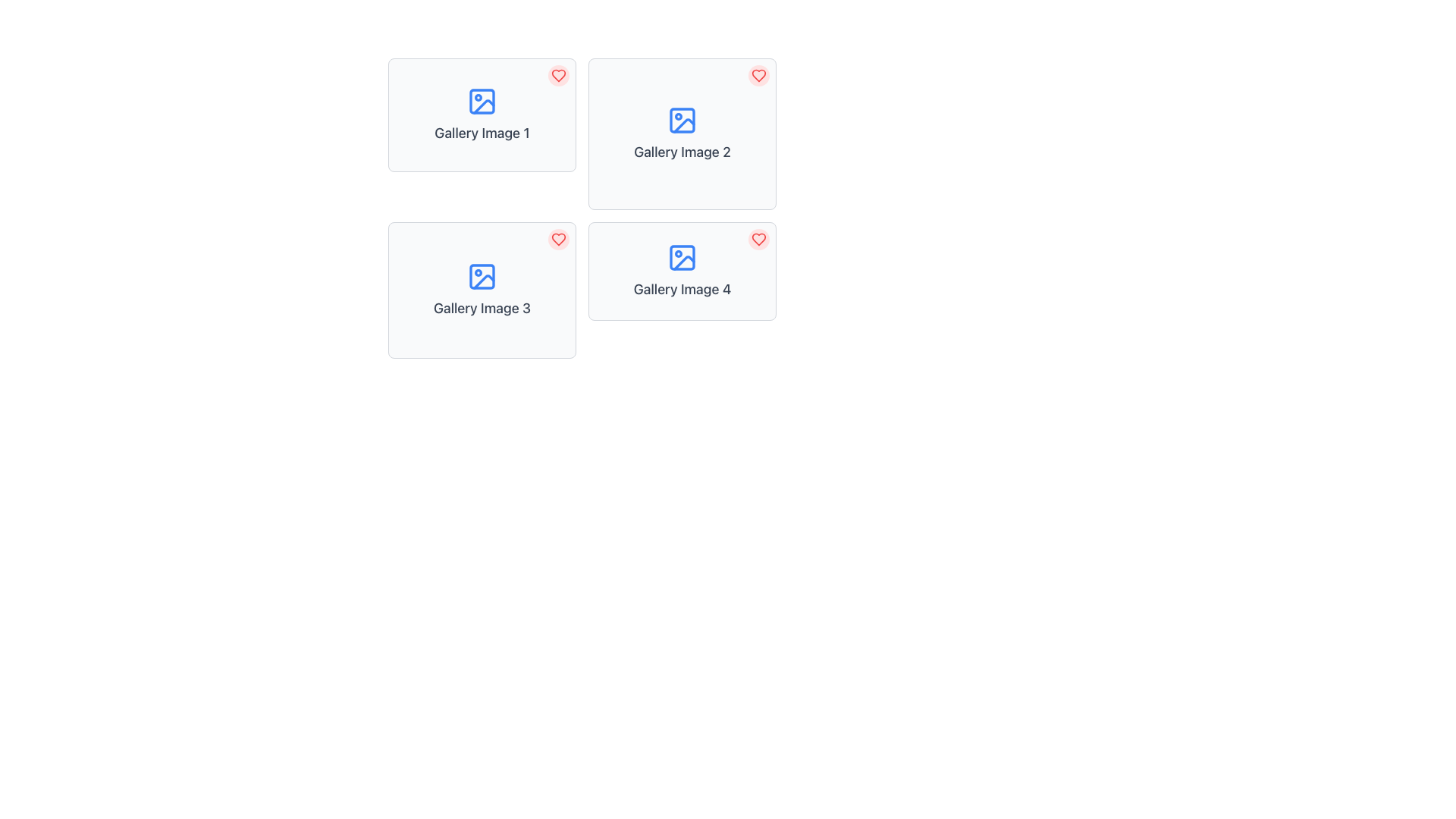  Describe the element at coordinates (682, 152) in the screenshot. I see `the static text label displaying 'Gallery Image 2', which is centered beneath an image icon in the second card of a grid layout` at that location.